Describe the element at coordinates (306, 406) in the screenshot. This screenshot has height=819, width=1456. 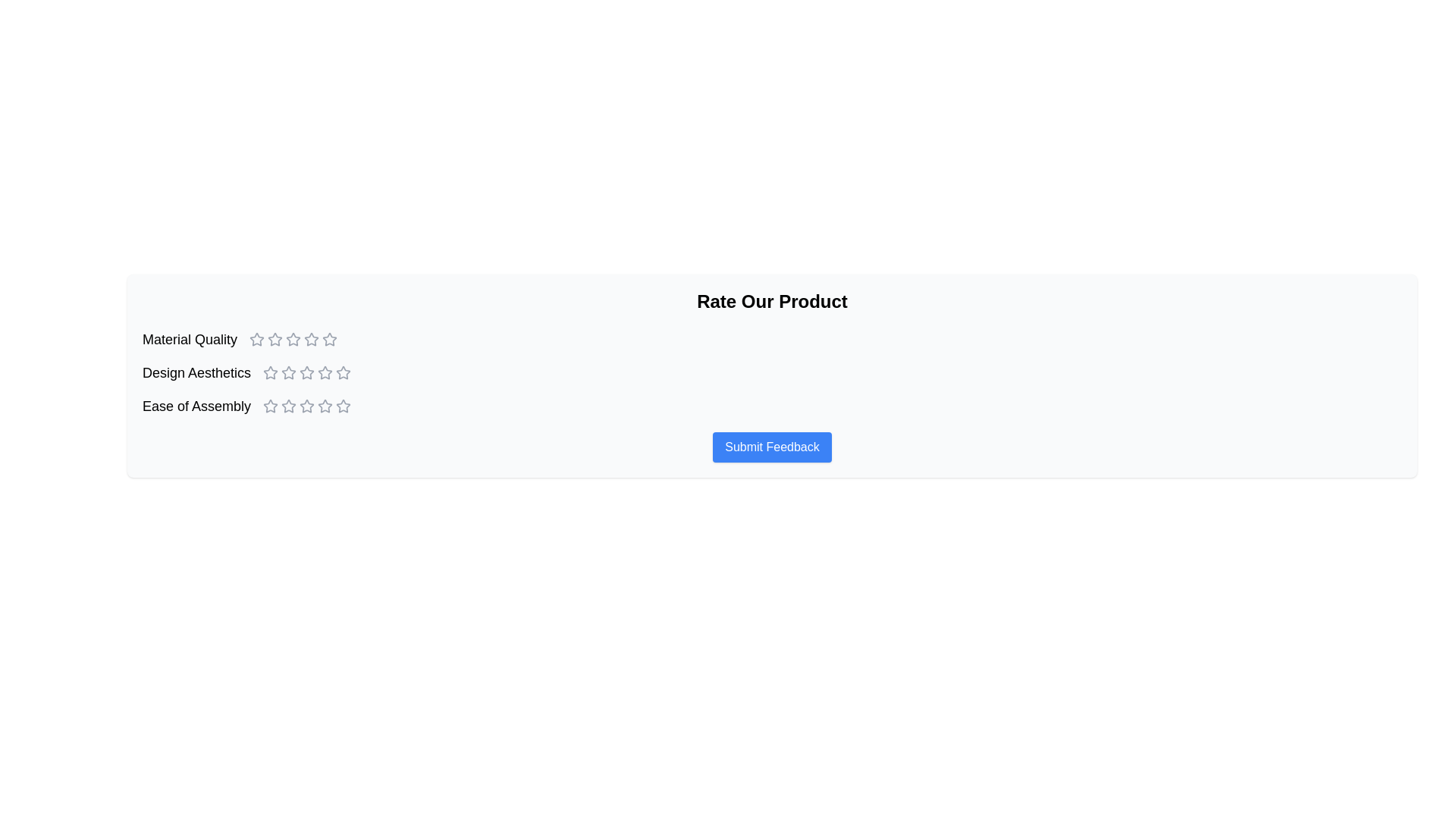
I see `the fourth star icon in the rating system under the 'Ease of Assembly' category to indicate potential selection` at that location.